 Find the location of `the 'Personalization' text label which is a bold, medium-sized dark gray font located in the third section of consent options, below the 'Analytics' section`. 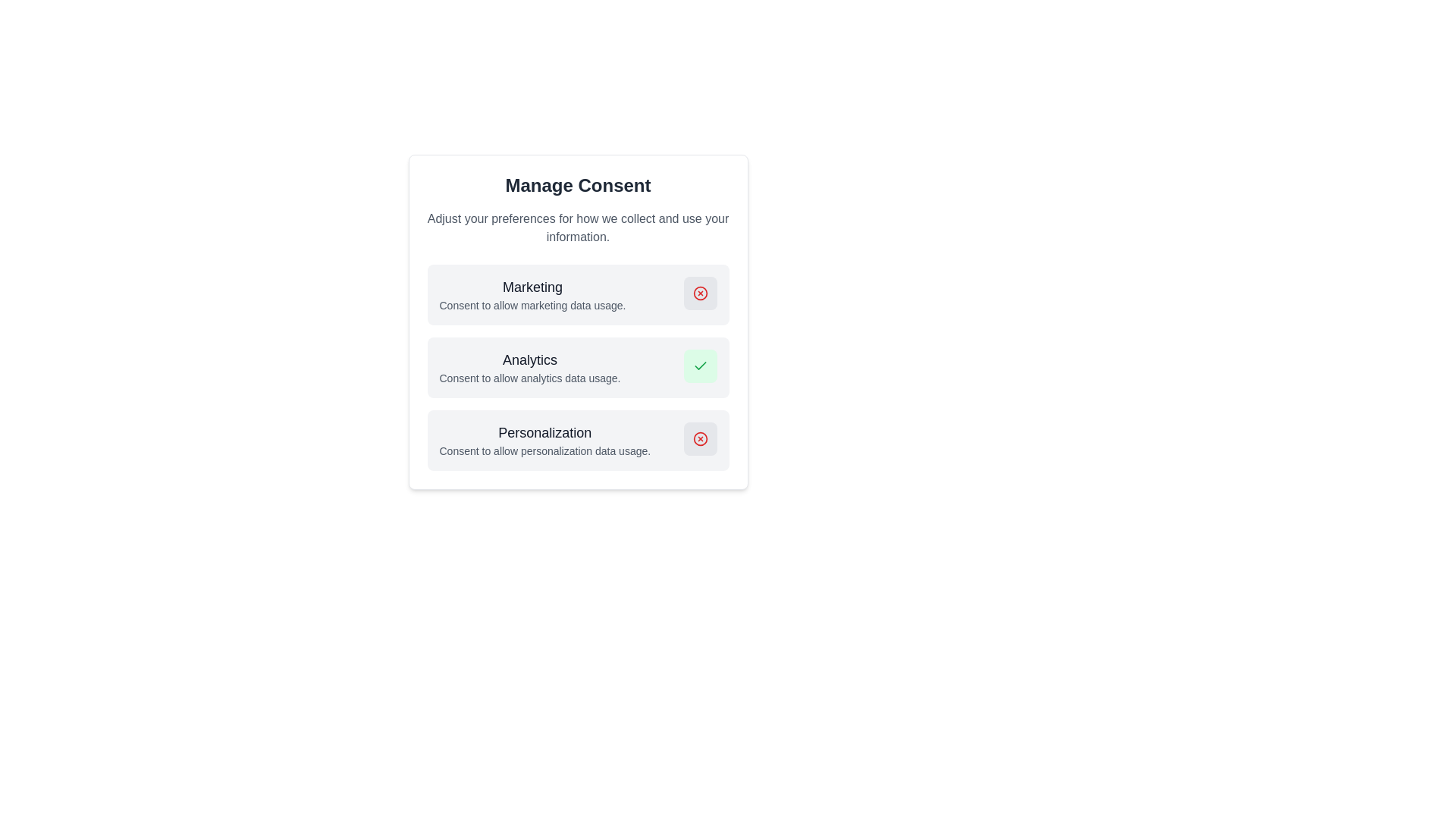

the 'Personalization' text label which is a bold, medium-sized dark gray font located in the third section of consent options, below the 'Analytics' section is located at coordinates (544, 432).